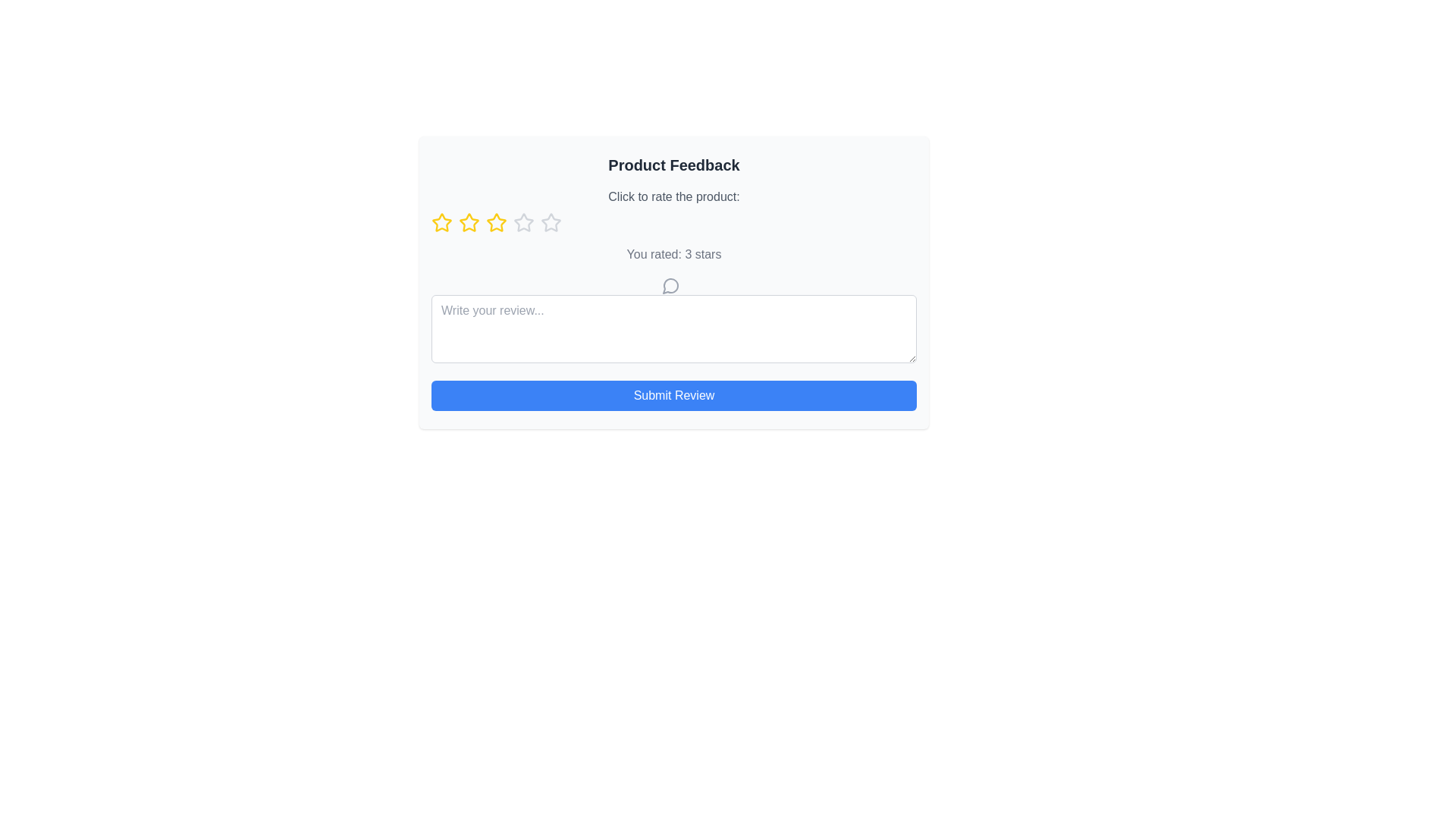  Describe the element at coordinates (670, 286) in the screenshot. I see `the graphical icon located in the 'Product Feedback' section, positioned directly above the text input area for review comments` at that location.